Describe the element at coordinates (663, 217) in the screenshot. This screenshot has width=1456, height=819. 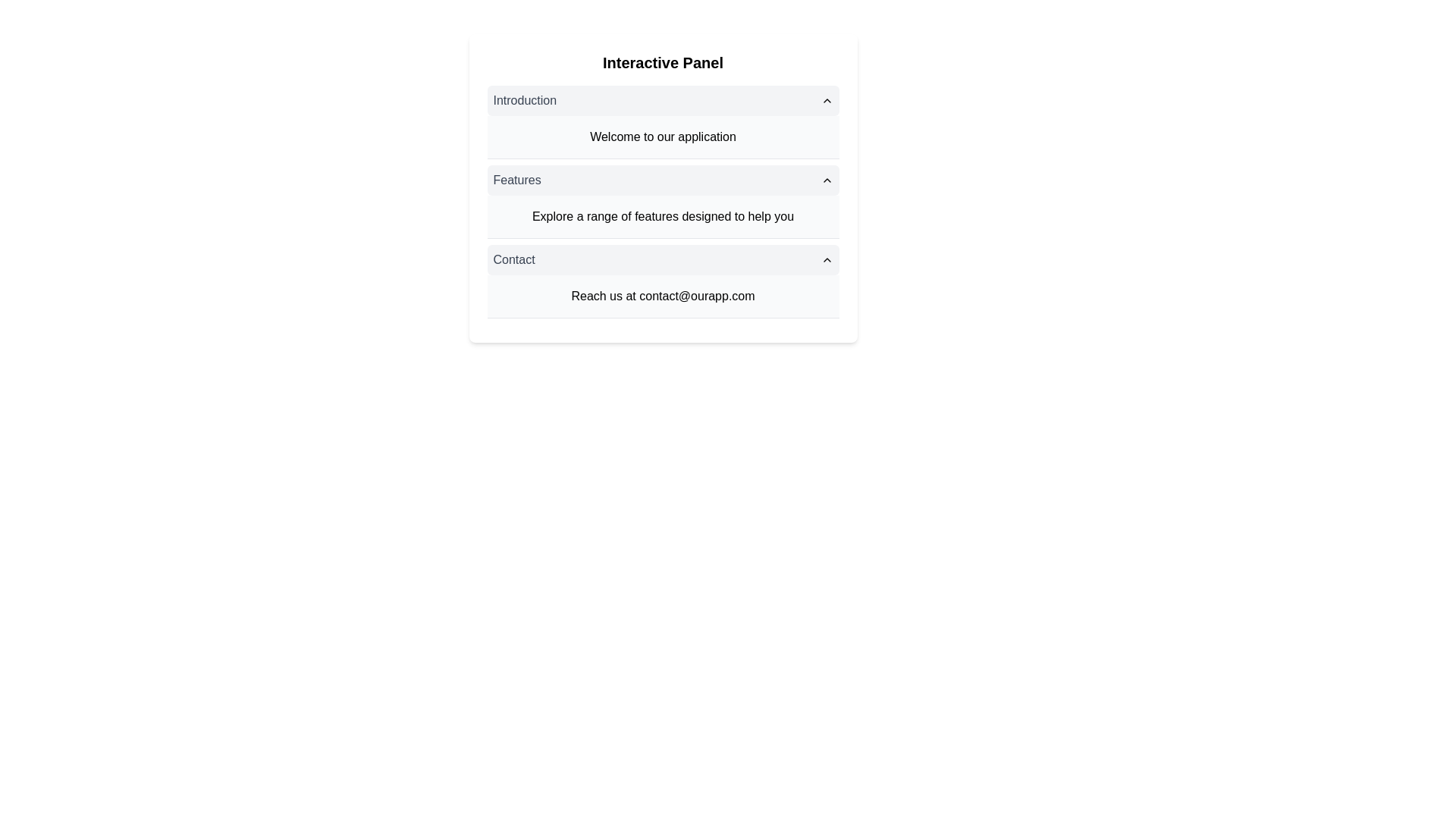
I see `the Text display block that contains the text 'Explore a range of features designed to help you', which is styled with a light-gray background and centrally aligned text within its rectangular area` at that location.